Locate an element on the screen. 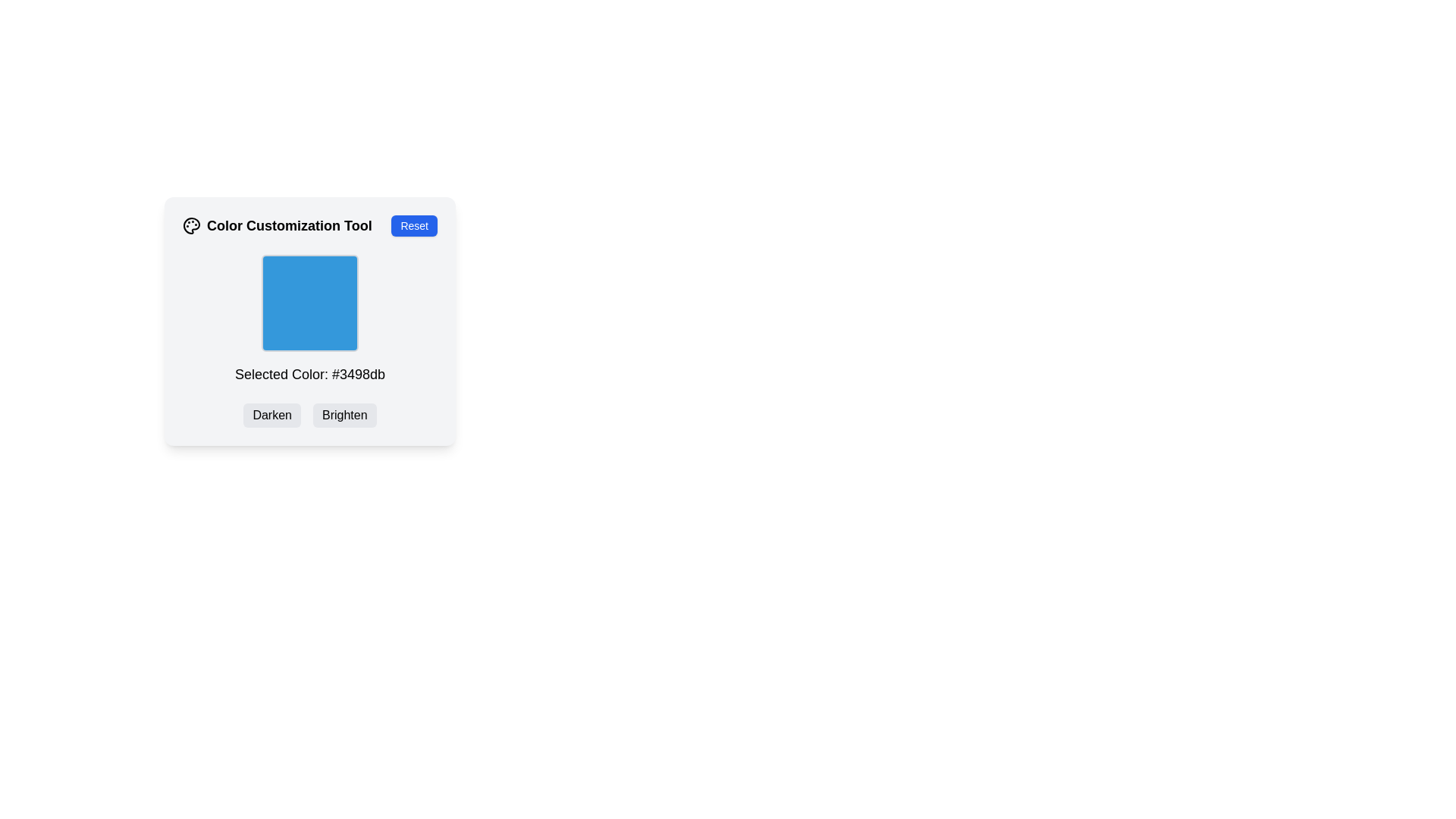 This screenshot has height=819, width=1456. the 'Reset' button with a blue background and white text located in the top-right corner of the Color Customization Tool panel to reset the settings is located at coordinates (414, 225).